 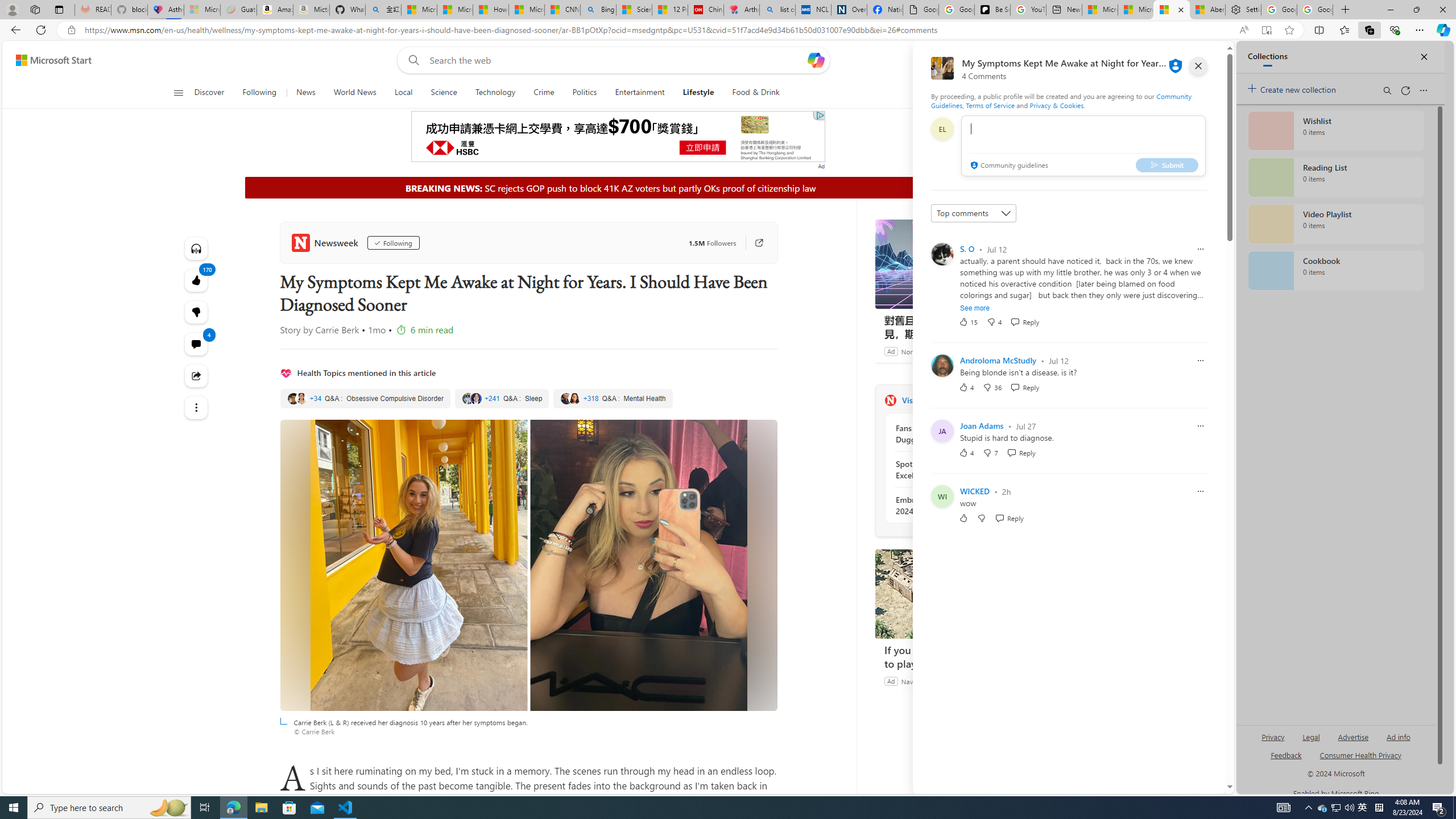 What do you see at coordinates (959, 593) in the screenshot?
I see `'If you have a mouse, you have to play this game.'` at bounding box center [959, 593].